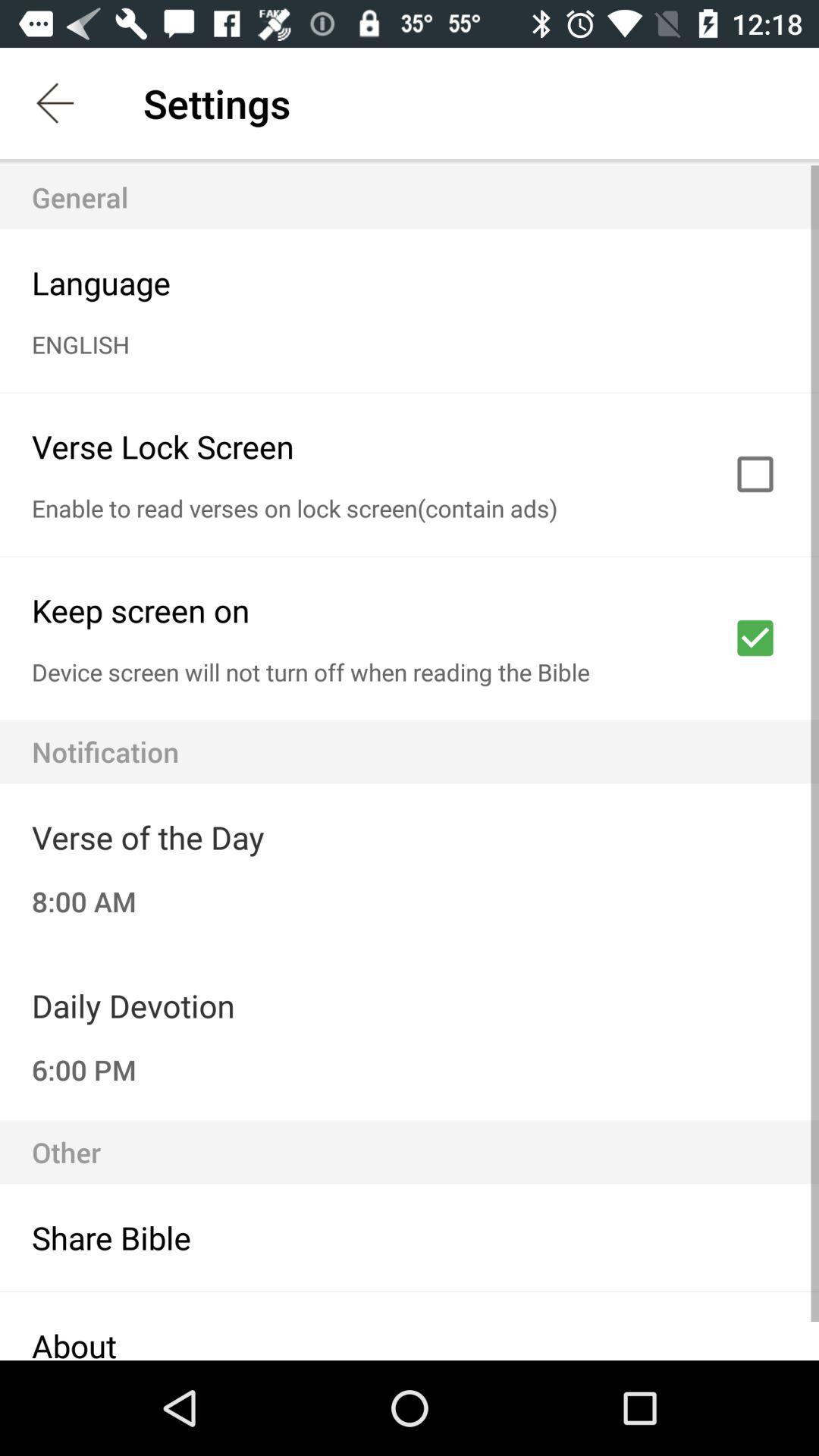 Image resolution: width=819 pixels, height=1456 pixels. I want to click on keep screen on option, so click(755, 638).